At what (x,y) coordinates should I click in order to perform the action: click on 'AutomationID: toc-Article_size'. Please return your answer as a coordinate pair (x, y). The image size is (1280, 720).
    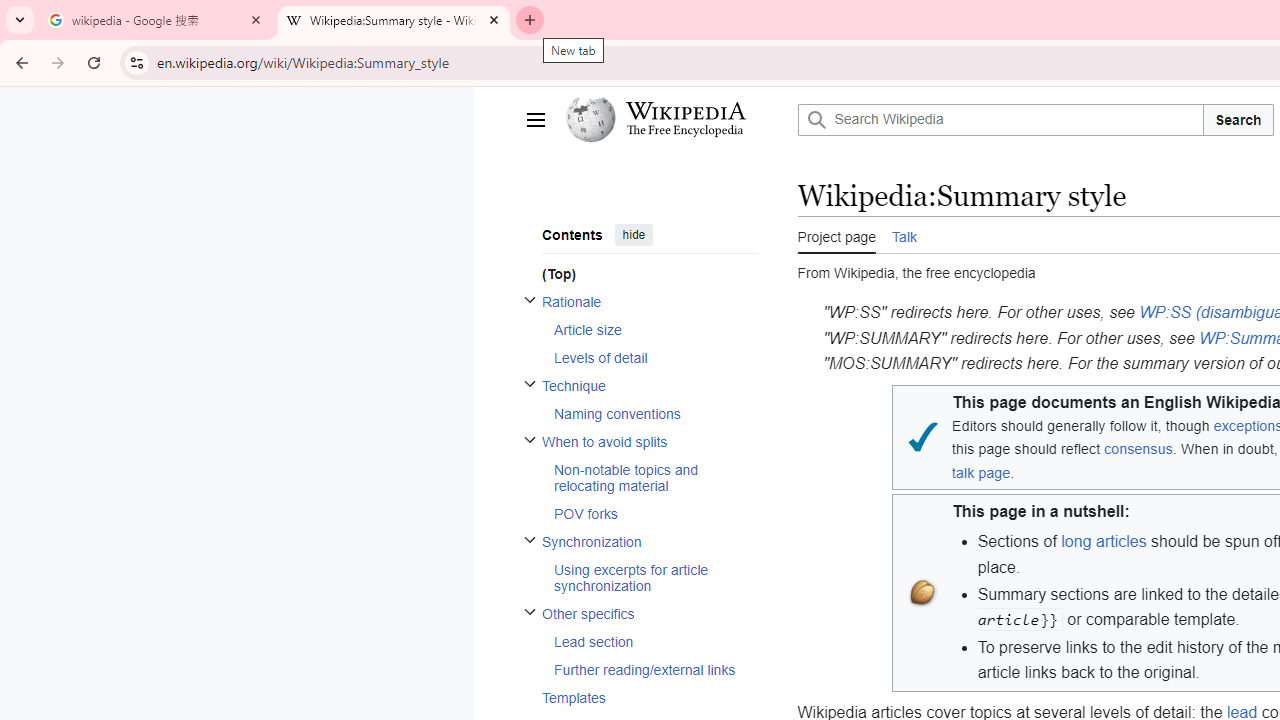
    Looking at the image, I should click on (649, 328).